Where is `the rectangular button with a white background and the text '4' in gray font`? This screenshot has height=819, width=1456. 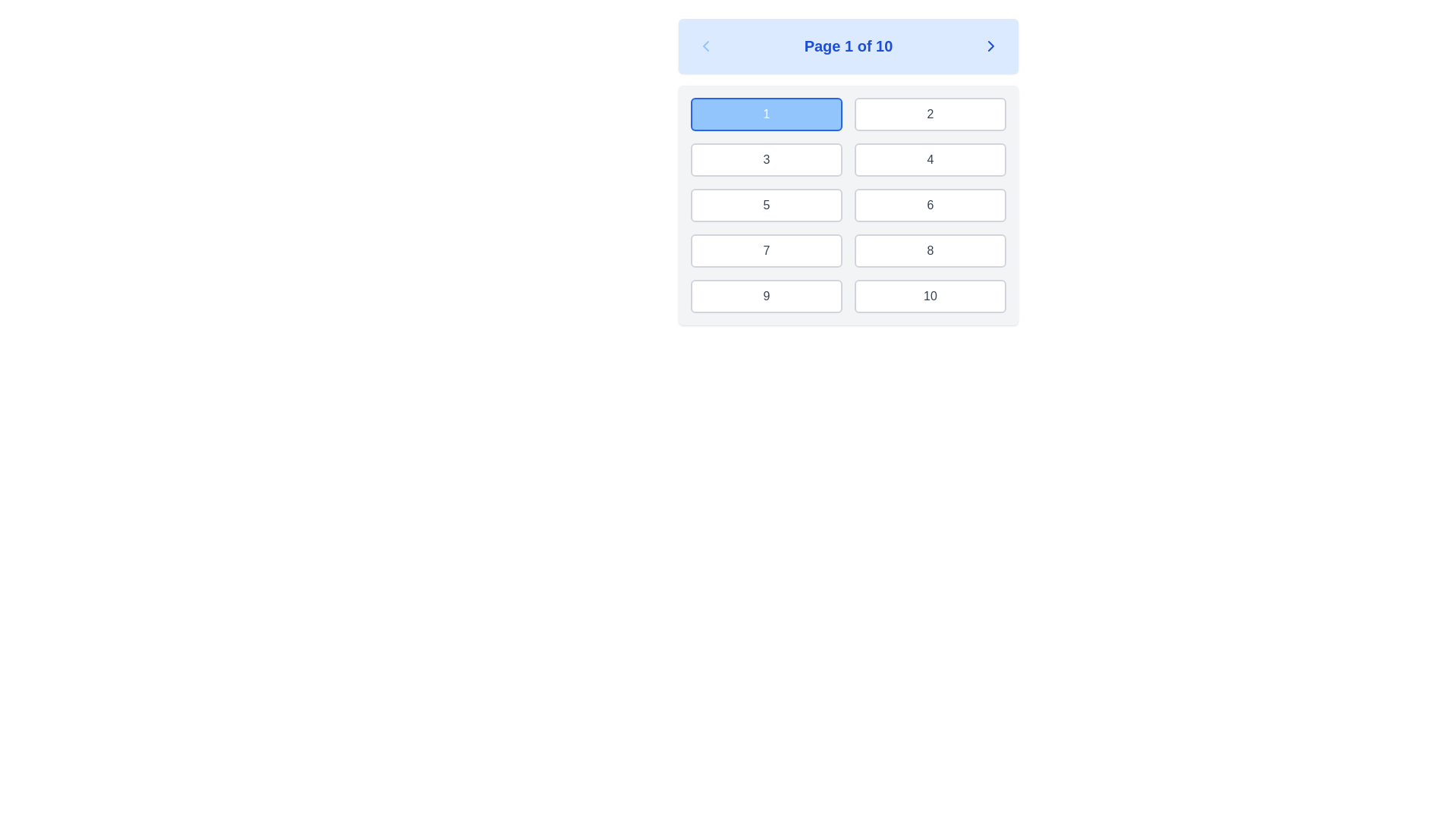
the rectangular button with a white background and the text '4' in gray font is located at coordinates (930, 160).